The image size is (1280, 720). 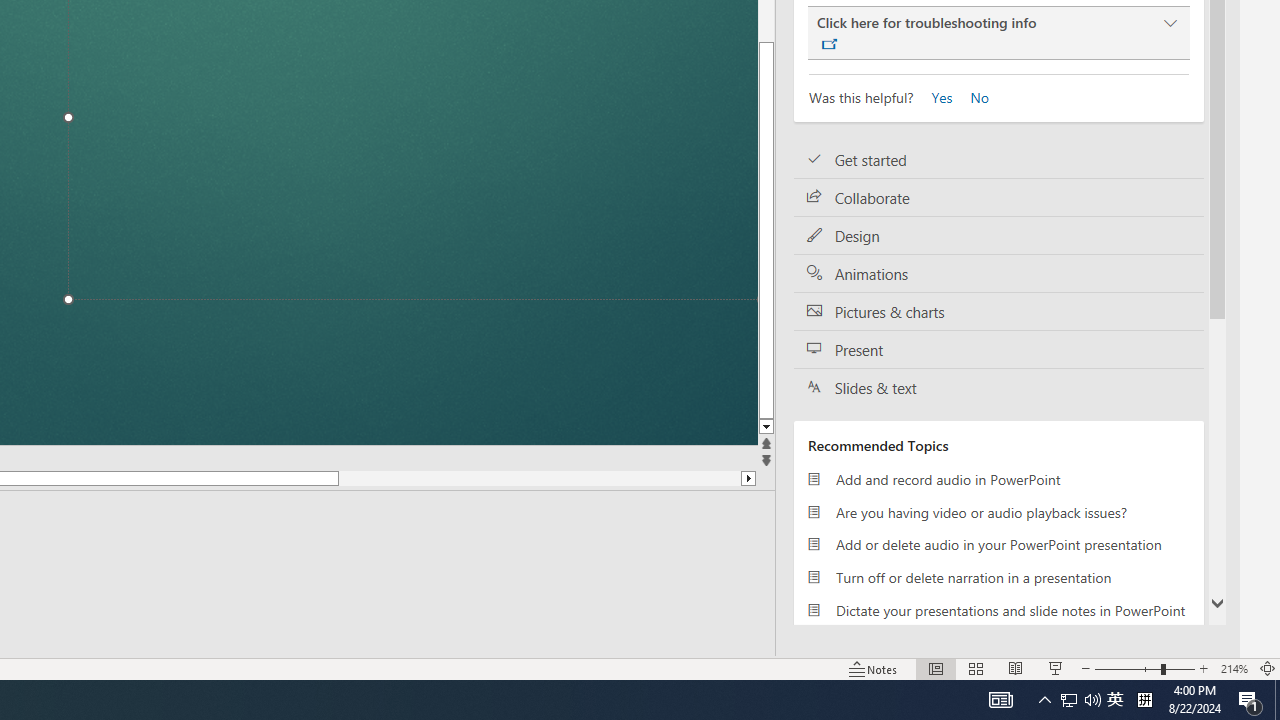 What do you see at coordinates (999, 33) in the screenshot?
I see `'Click here for troubleshooting info'` at bounding box center [999, 33].